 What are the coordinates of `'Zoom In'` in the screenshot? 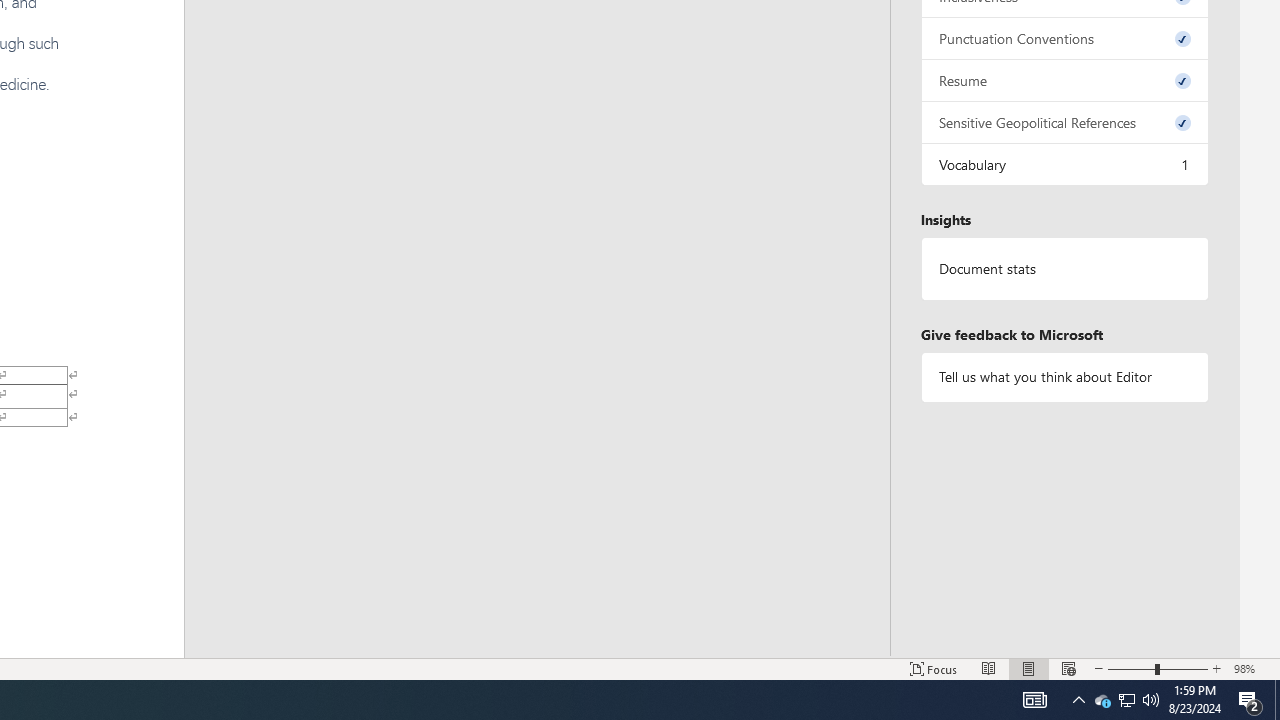 It's located at (1216, 669).